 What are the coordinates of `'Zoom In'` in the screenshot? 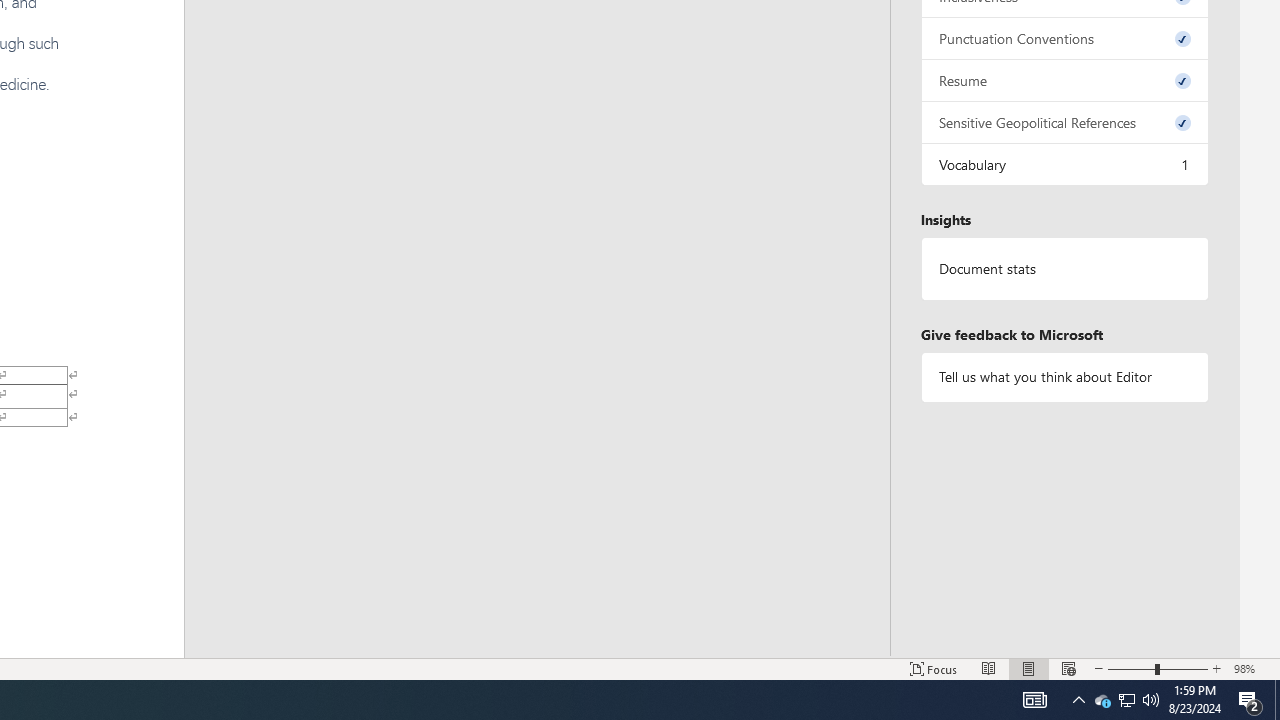 It's located at (1216, 669).